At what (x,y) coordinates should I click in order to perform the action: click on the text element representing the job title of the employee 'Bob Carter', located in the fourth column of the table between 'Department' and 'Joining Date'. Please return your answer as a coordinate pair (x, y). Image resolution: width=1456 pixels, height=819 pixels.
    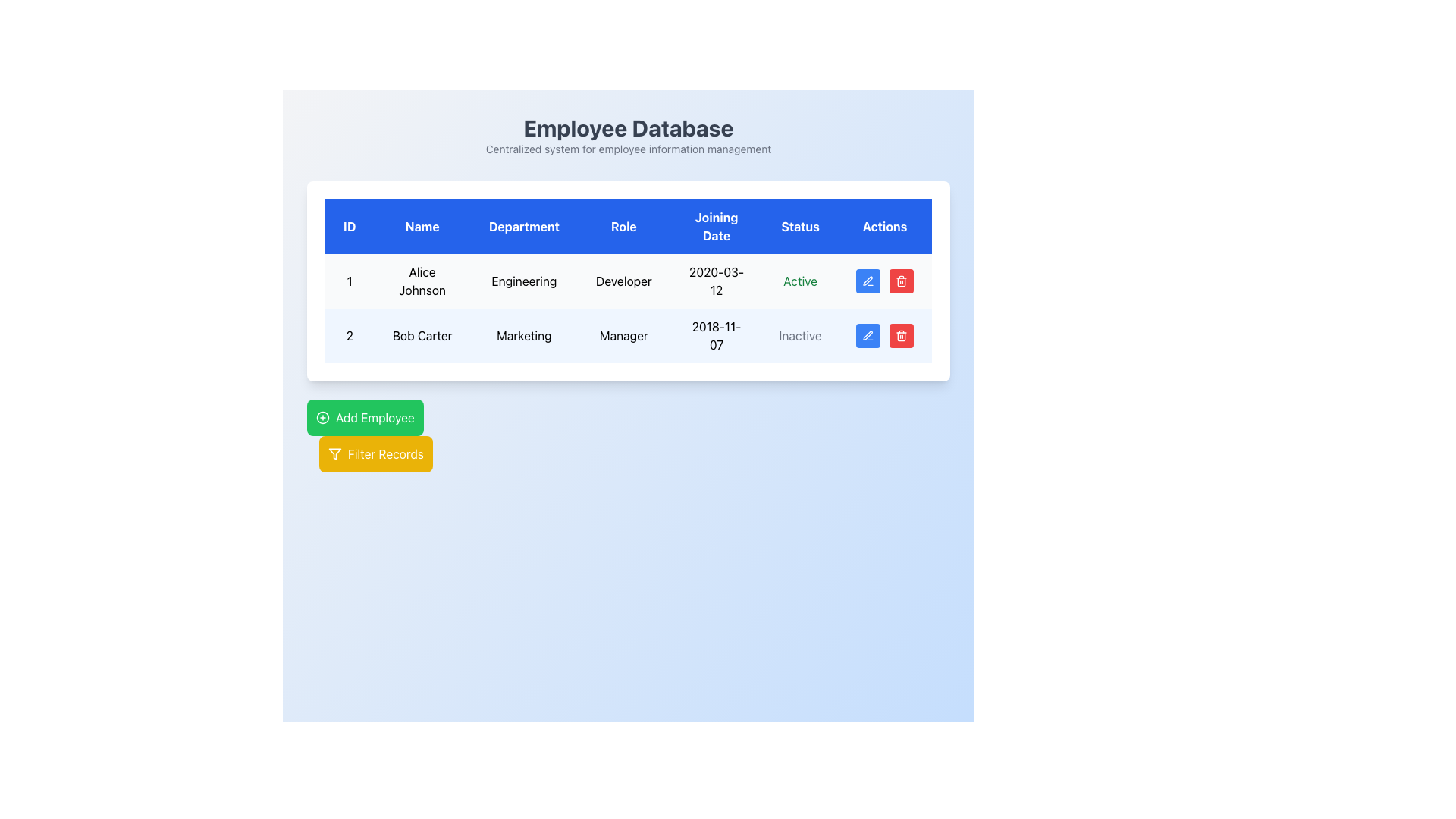
    Looking at the image, I should click on (623, 335).